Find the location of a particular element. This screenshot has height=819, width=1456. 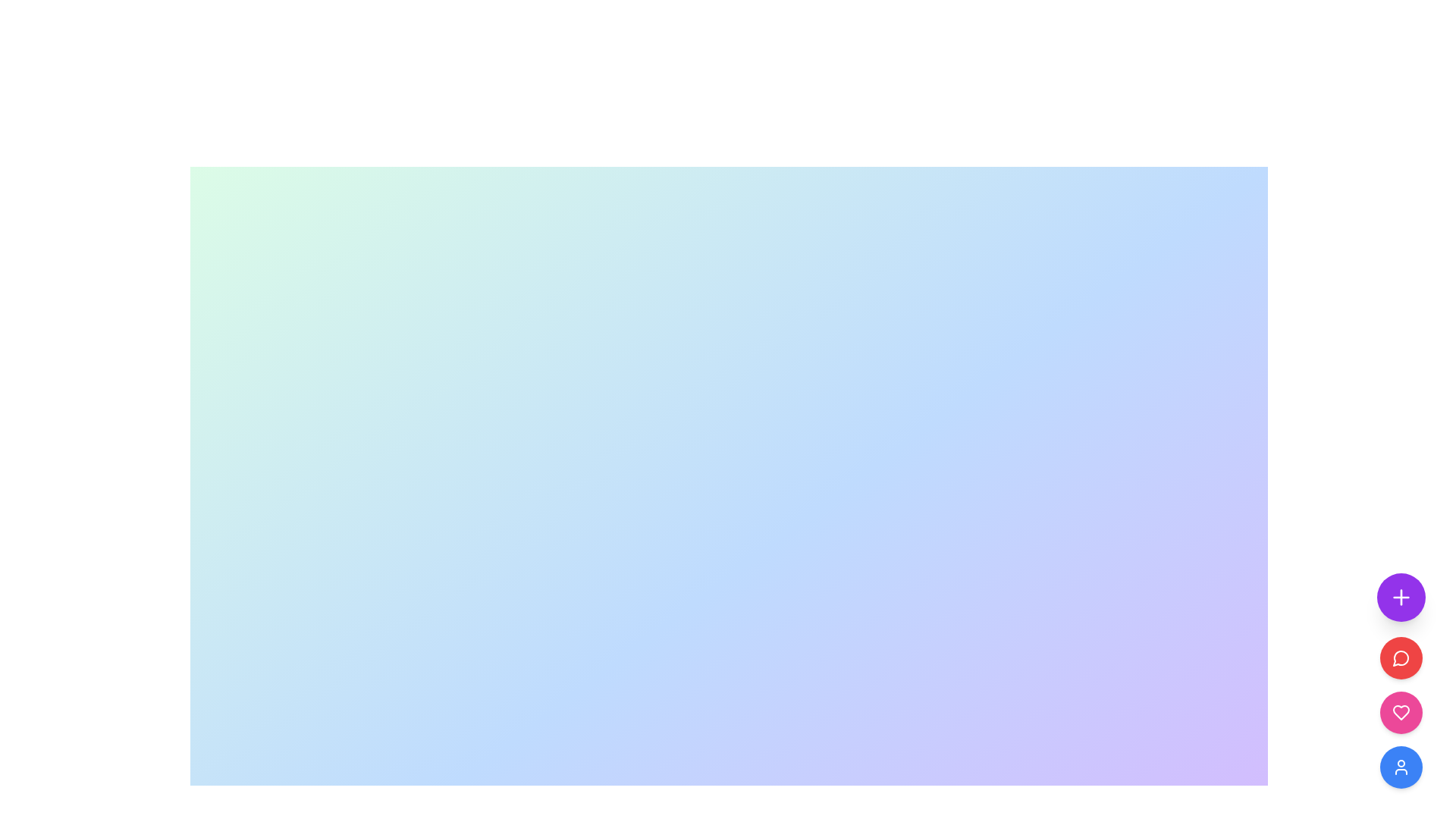

the circular button with a red background and a white speech bubble icon, which is the second button in a vertical stack of buttons is located at coordinates (1401, 657).